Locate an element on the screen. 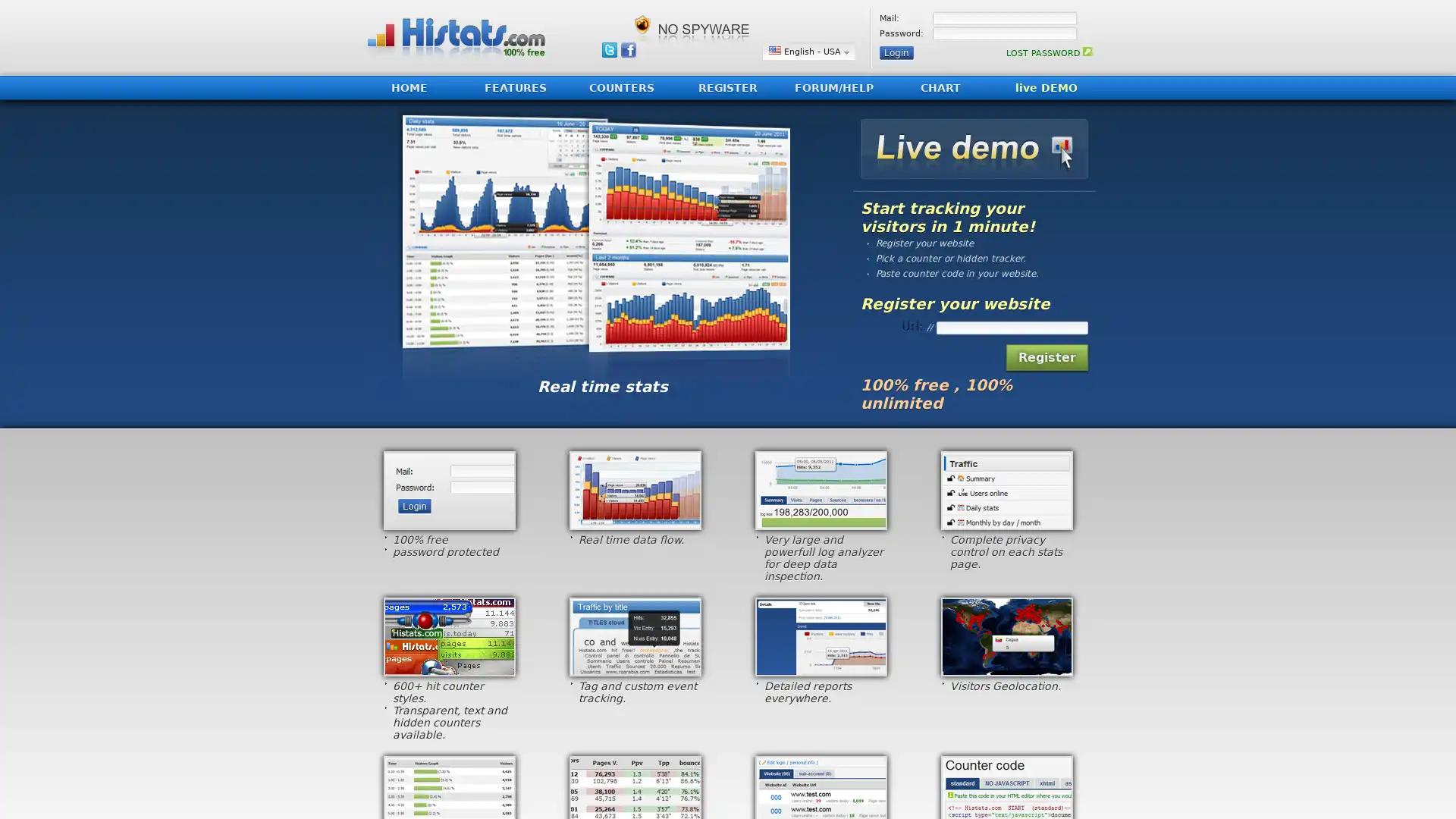 This screenshot has height=819, width=1456. Login is located at coordinates (896, 52).